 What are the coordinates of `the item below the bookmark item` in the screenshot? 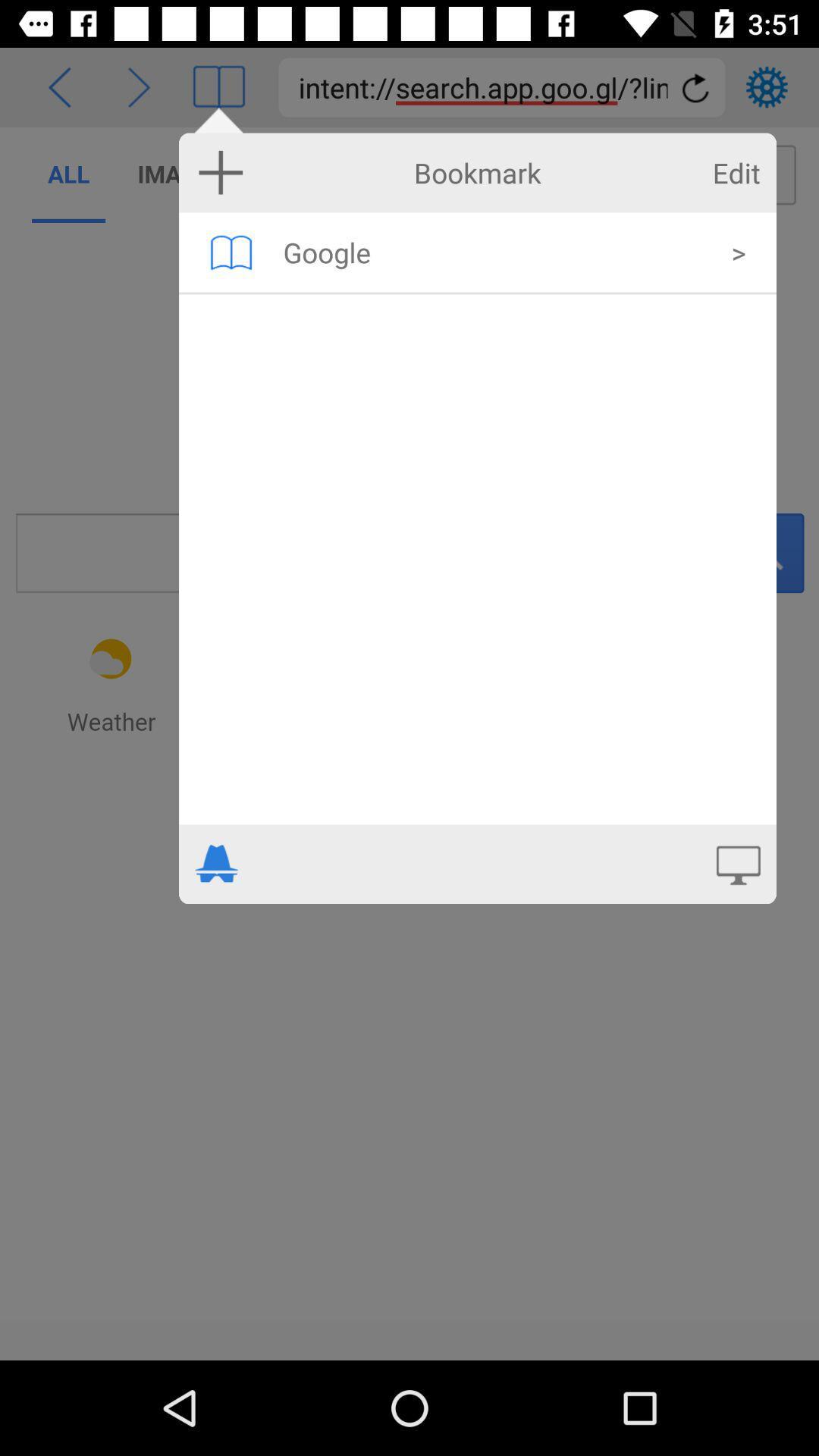 It's located at (497, 252).